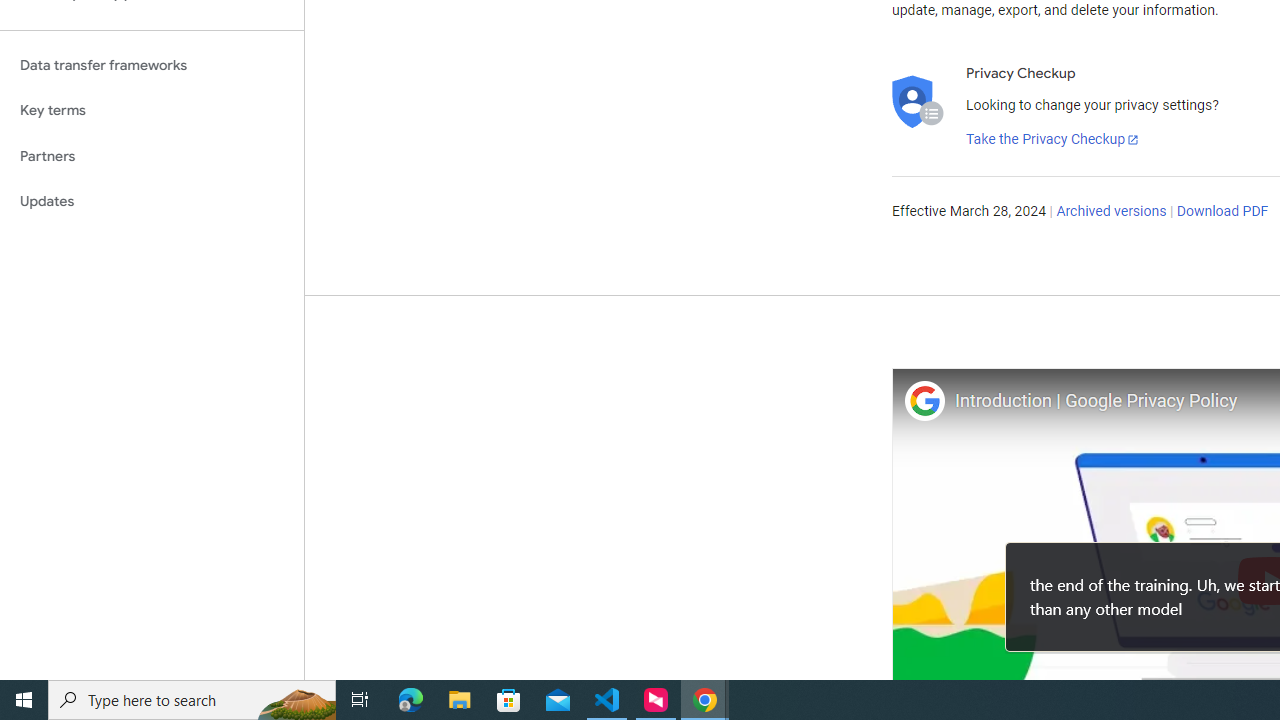 The image size is (1280, 720). Describe the element at coordinates (151, 110) in the screenshot. I see `'Key terms'` at that location.